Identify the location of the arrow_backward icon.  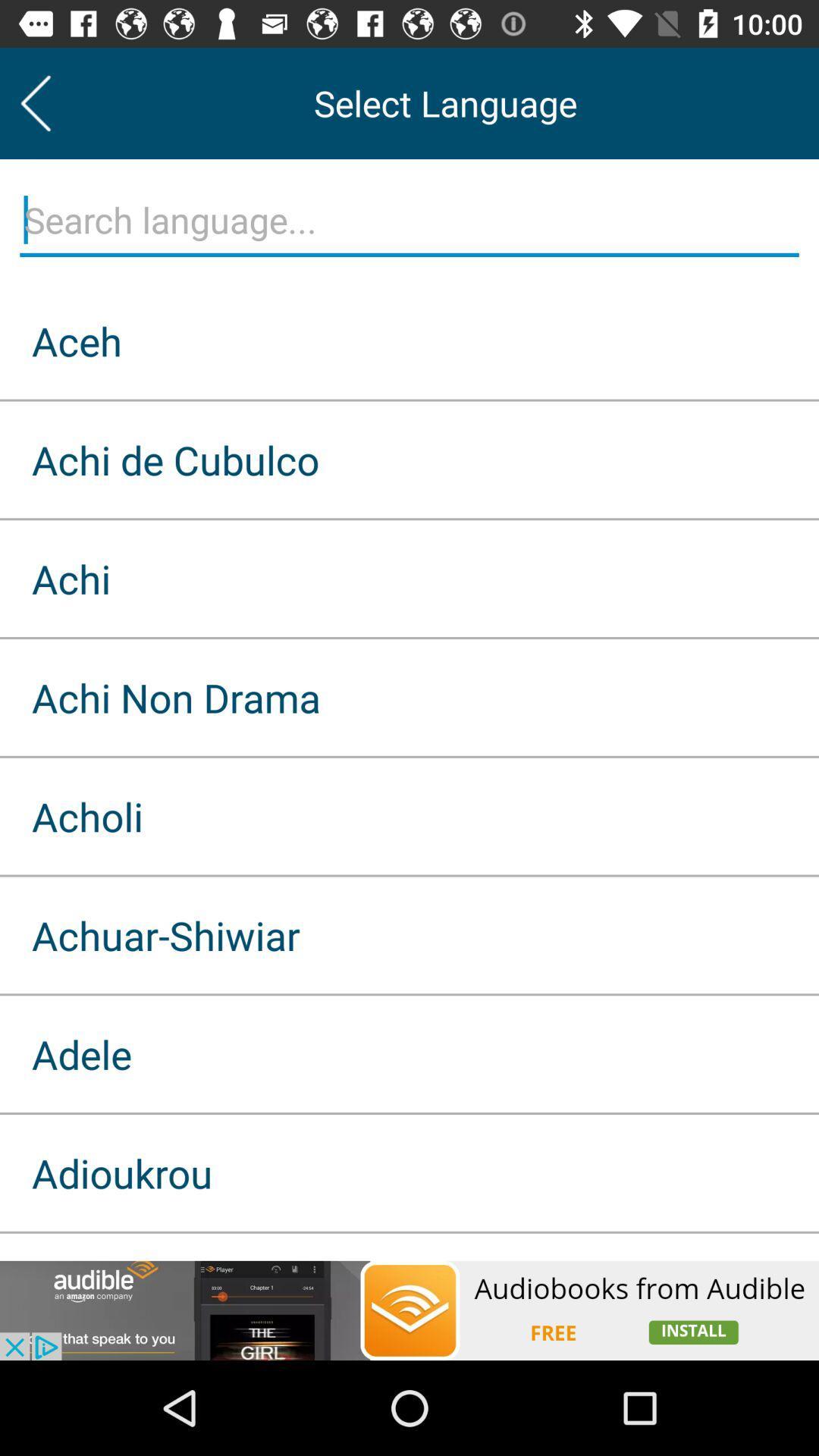
(35, 102).